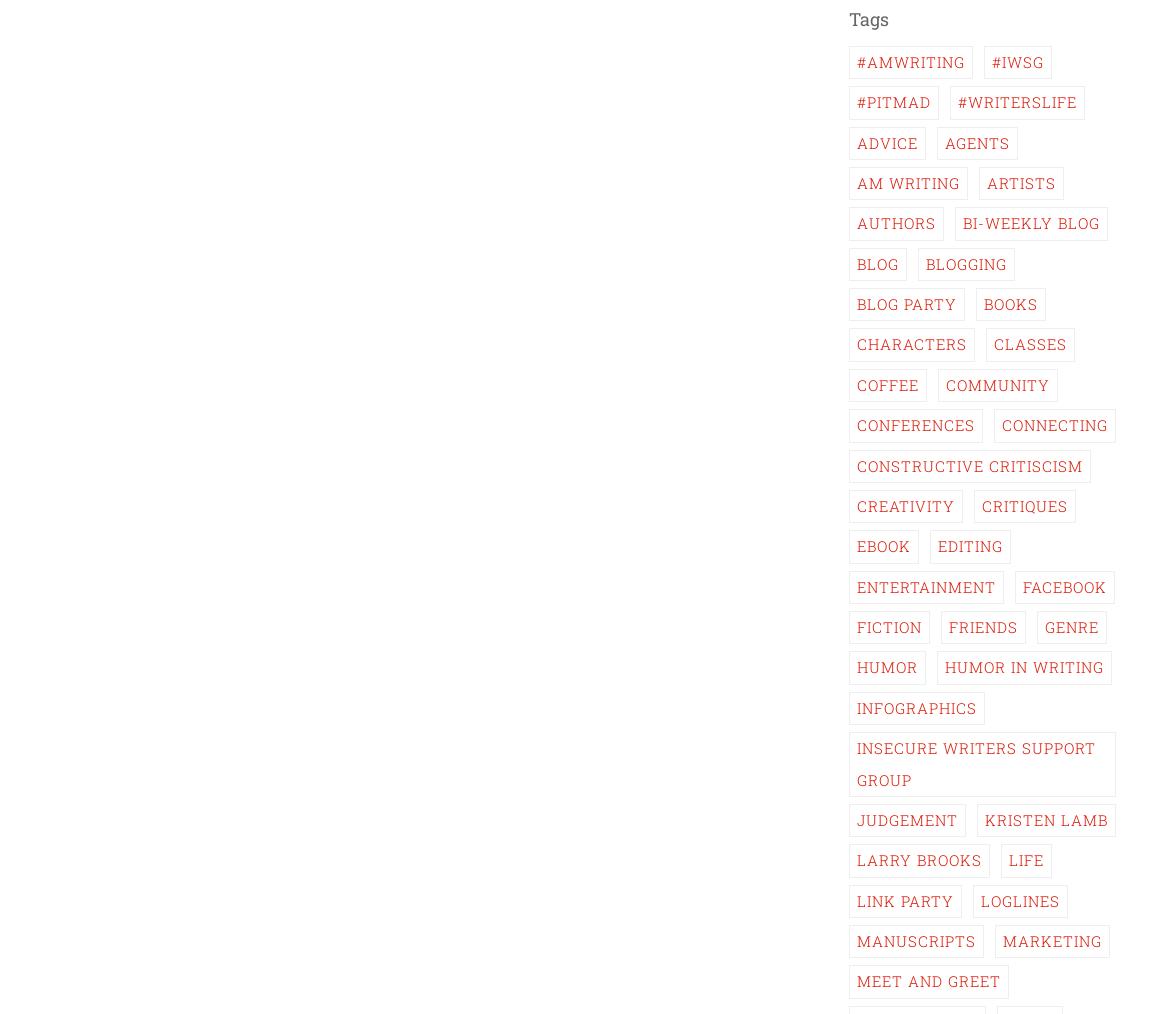 The image size is (1150, 1014). Describe the element at coordinates (1026, 858) in the screenshot. I see `'Life'` at that location.